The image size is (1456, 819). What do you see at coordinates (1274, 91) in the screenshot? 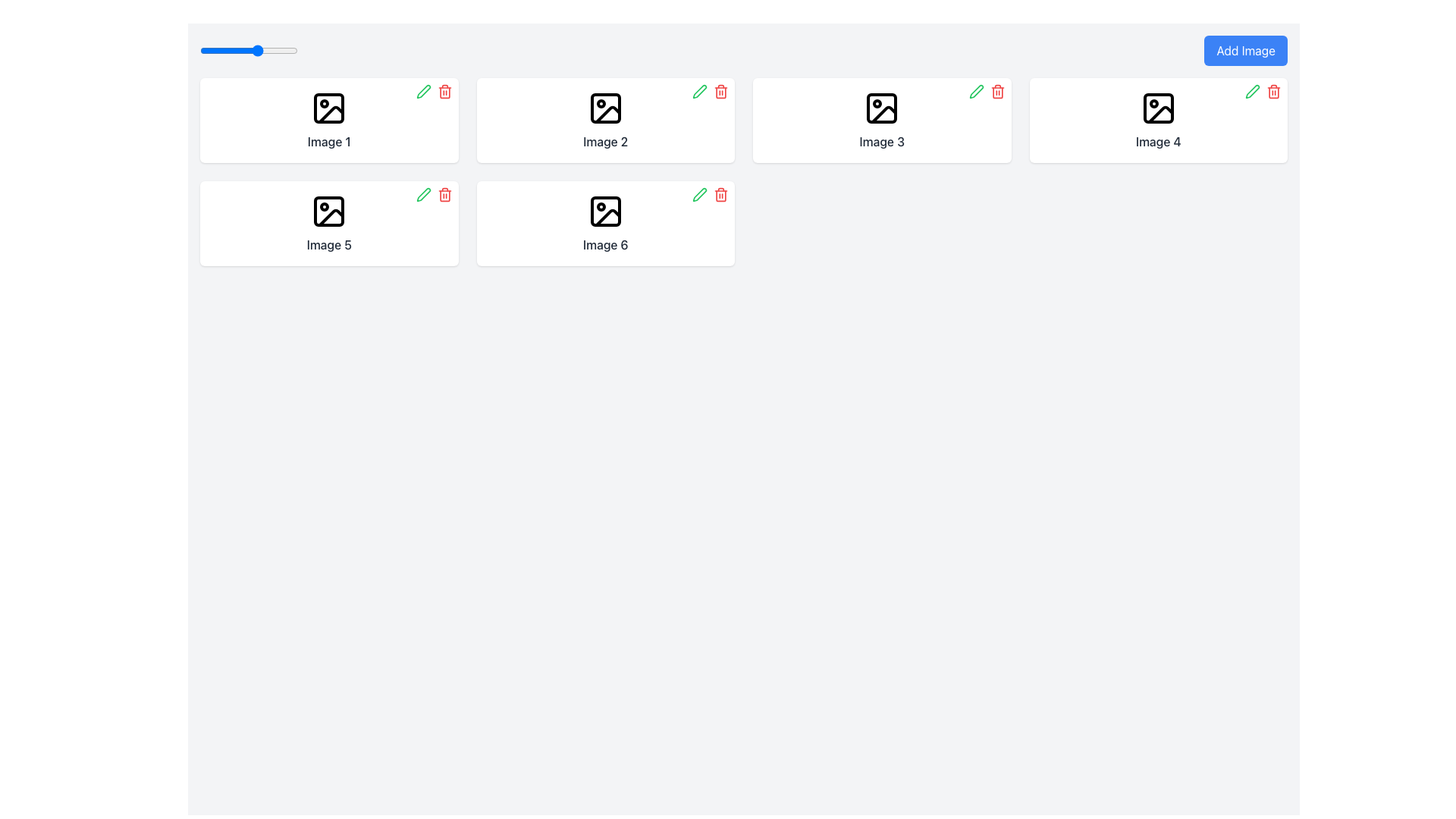
I see `the red trash can icon located in the upper-right corner of the image card` at bounding box center [1274, 91].